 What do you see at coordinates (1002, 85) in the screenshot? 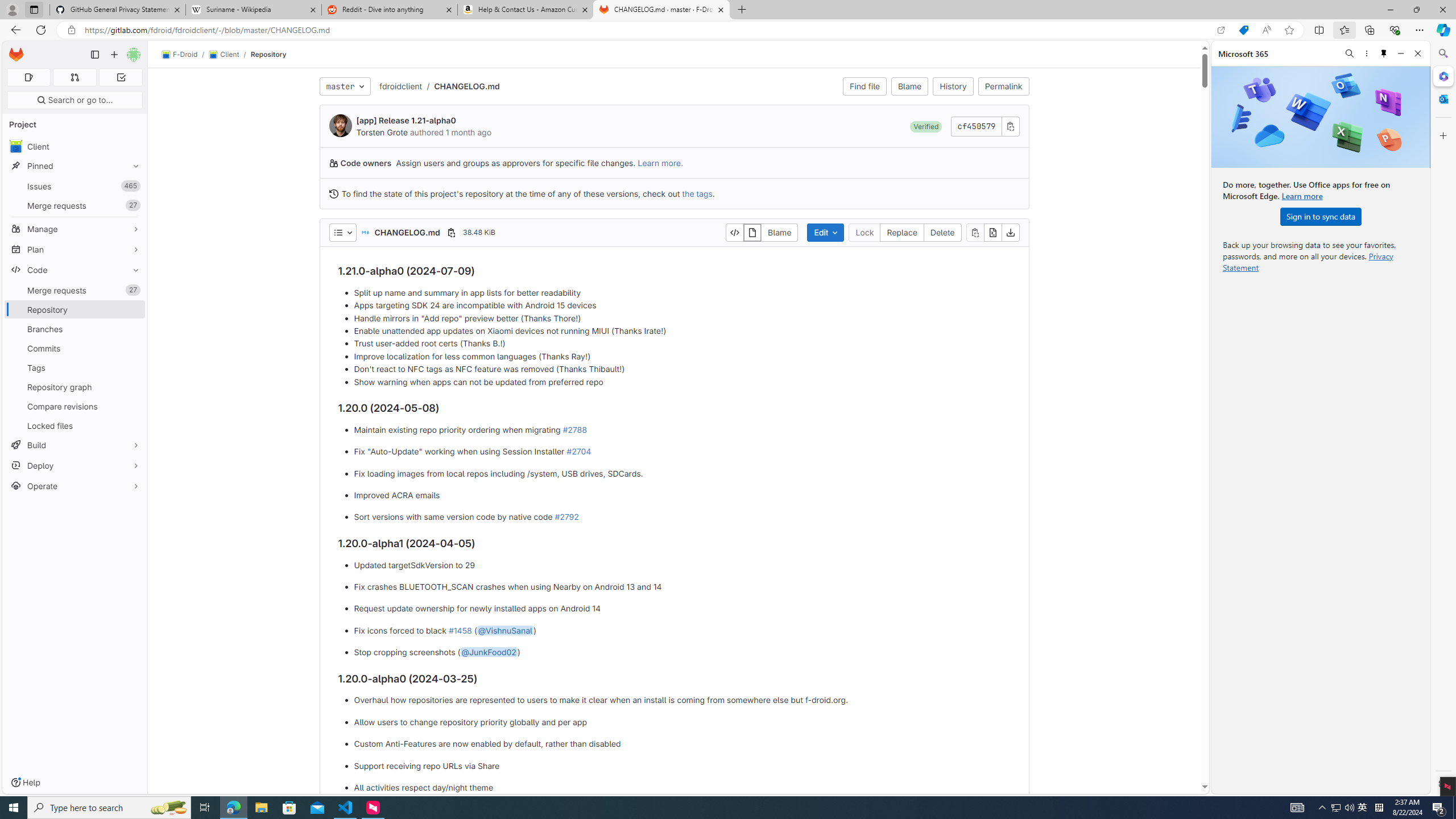
I see `'Permalink'` at bounding box center [1002, 85].